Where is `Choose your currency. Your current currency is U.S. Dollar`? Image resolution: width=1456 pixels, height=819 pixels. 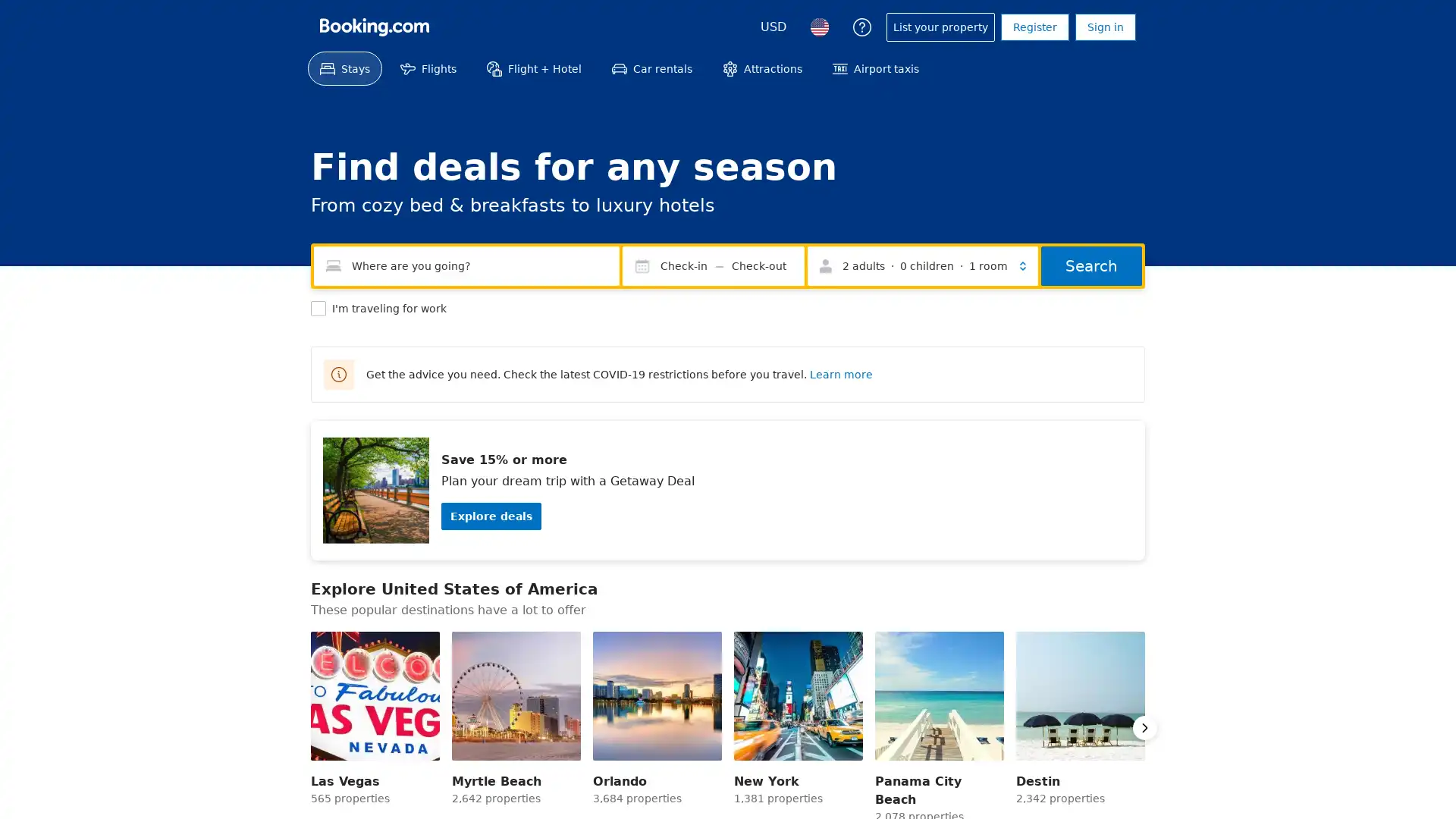 Choose your currency. Your current currency is U.S. Dollar is located at coordinates (773, 27).